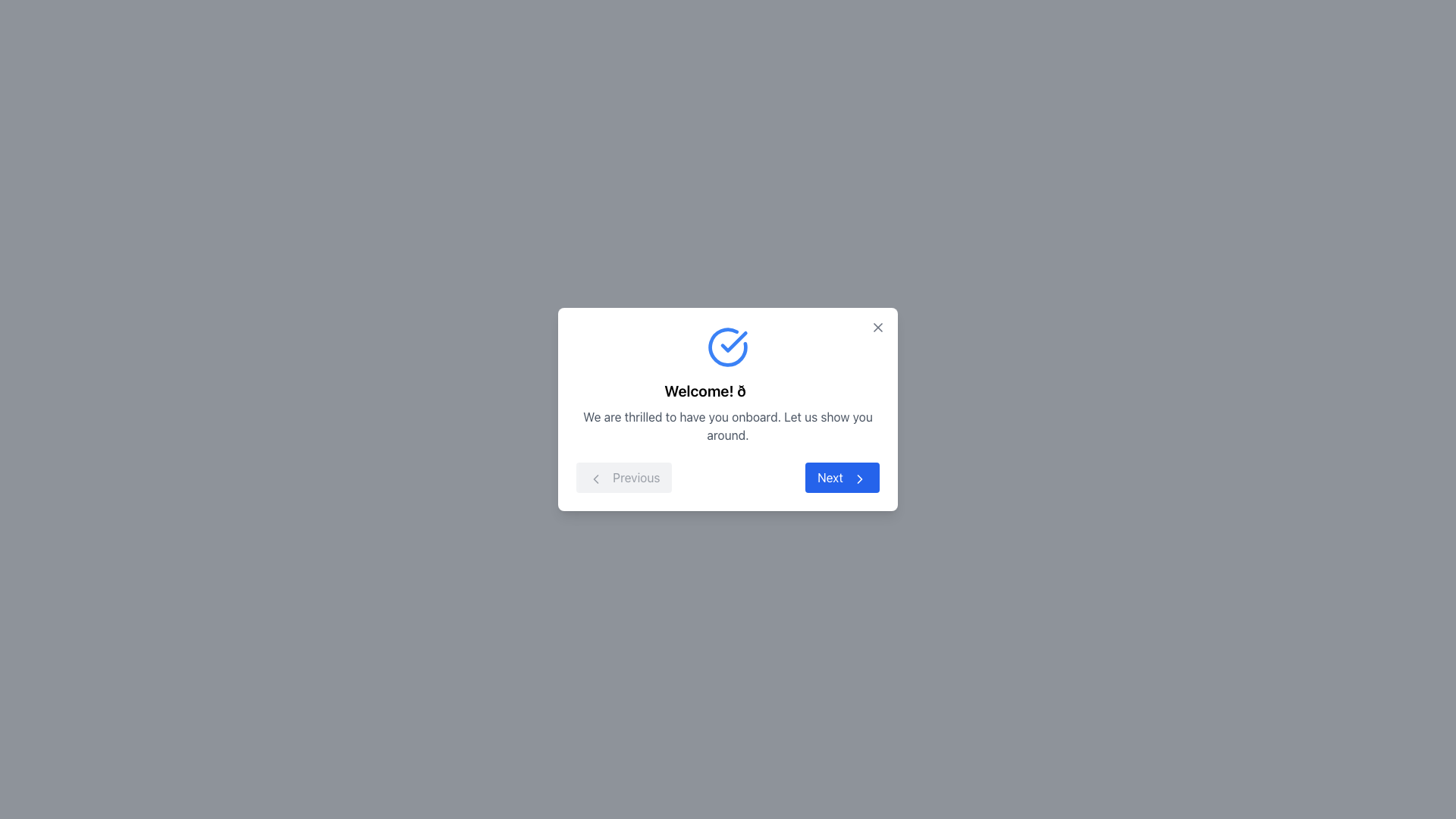 This screenshot has width=1456, height=819. Describe the element at coordinates (624, 476) in the screenshot. I see `the navigation button located at the bottom-left side of the modal, which allows users to move to the previous step or page` at that location.